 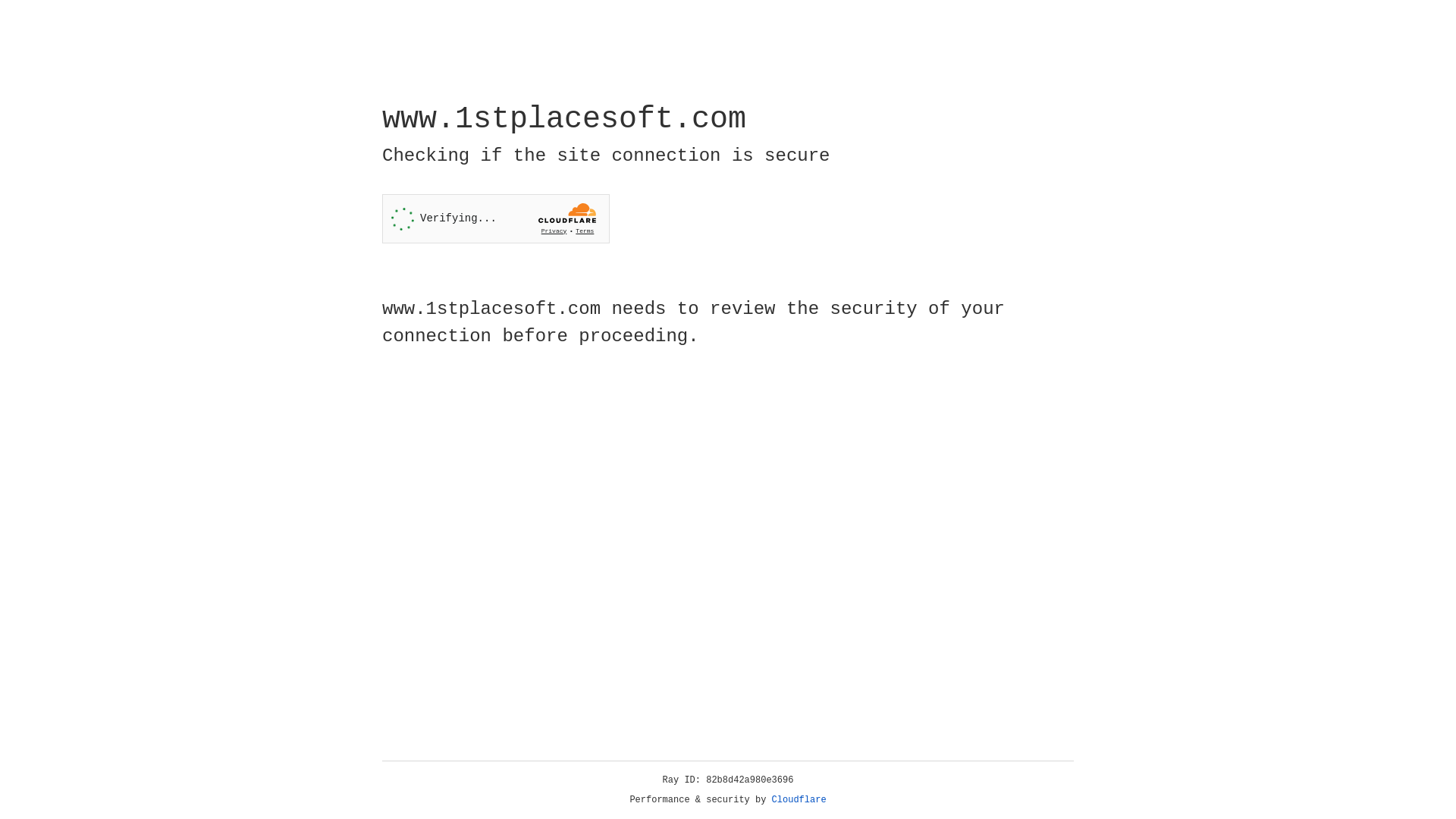 I want to click on 'Cloudflare', so click(x=799, y=799).